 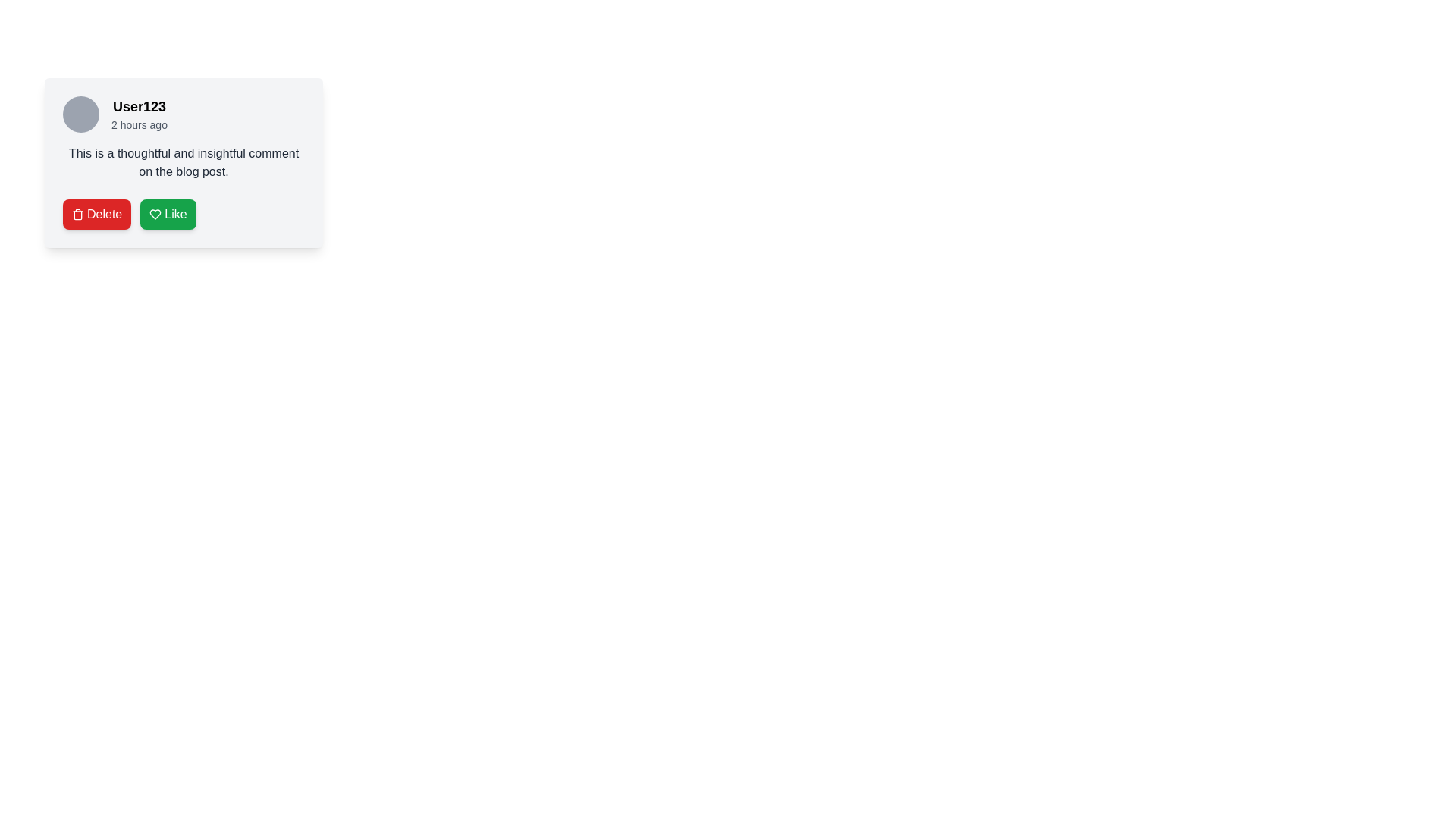 I want to click on the centrally aligned Text block that displays user-generated content, positioned below the user identifier and timestamp, above the 'Delete' and 'Like' buttons, so click(x=183, y=163).